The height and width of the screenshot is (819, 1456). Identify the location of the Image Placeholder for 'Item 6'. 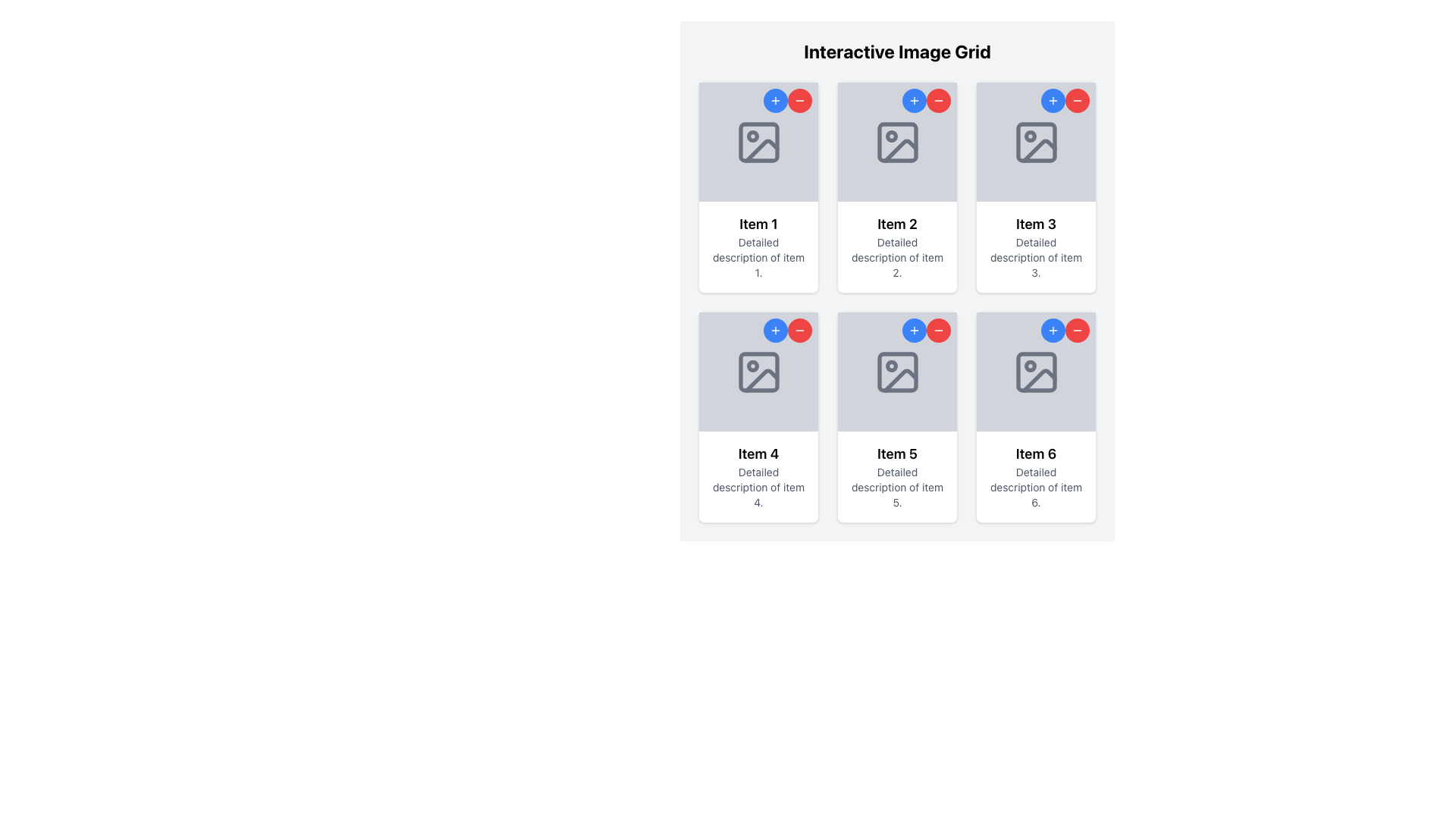
(1035, 372).